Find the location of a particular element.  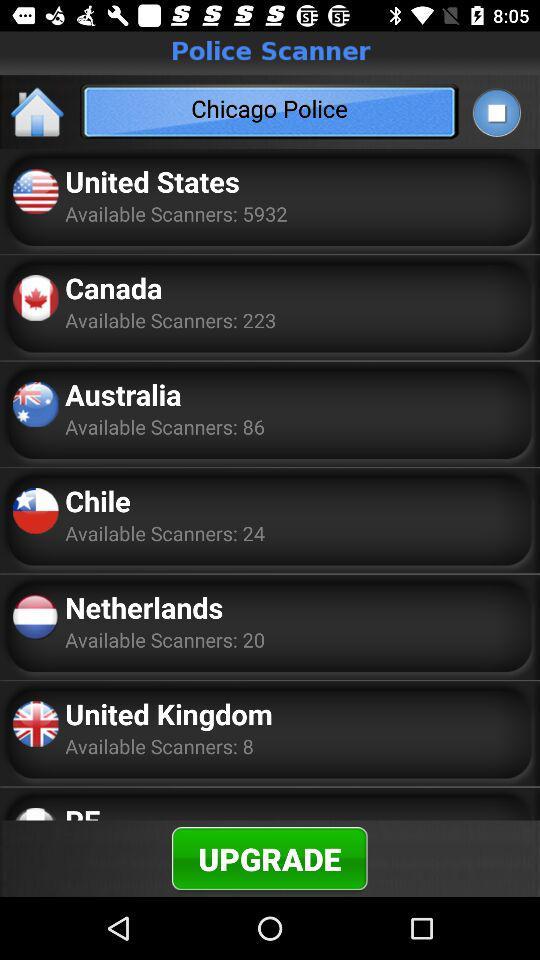

item next to the pe item is located at coordinates (269, 857).